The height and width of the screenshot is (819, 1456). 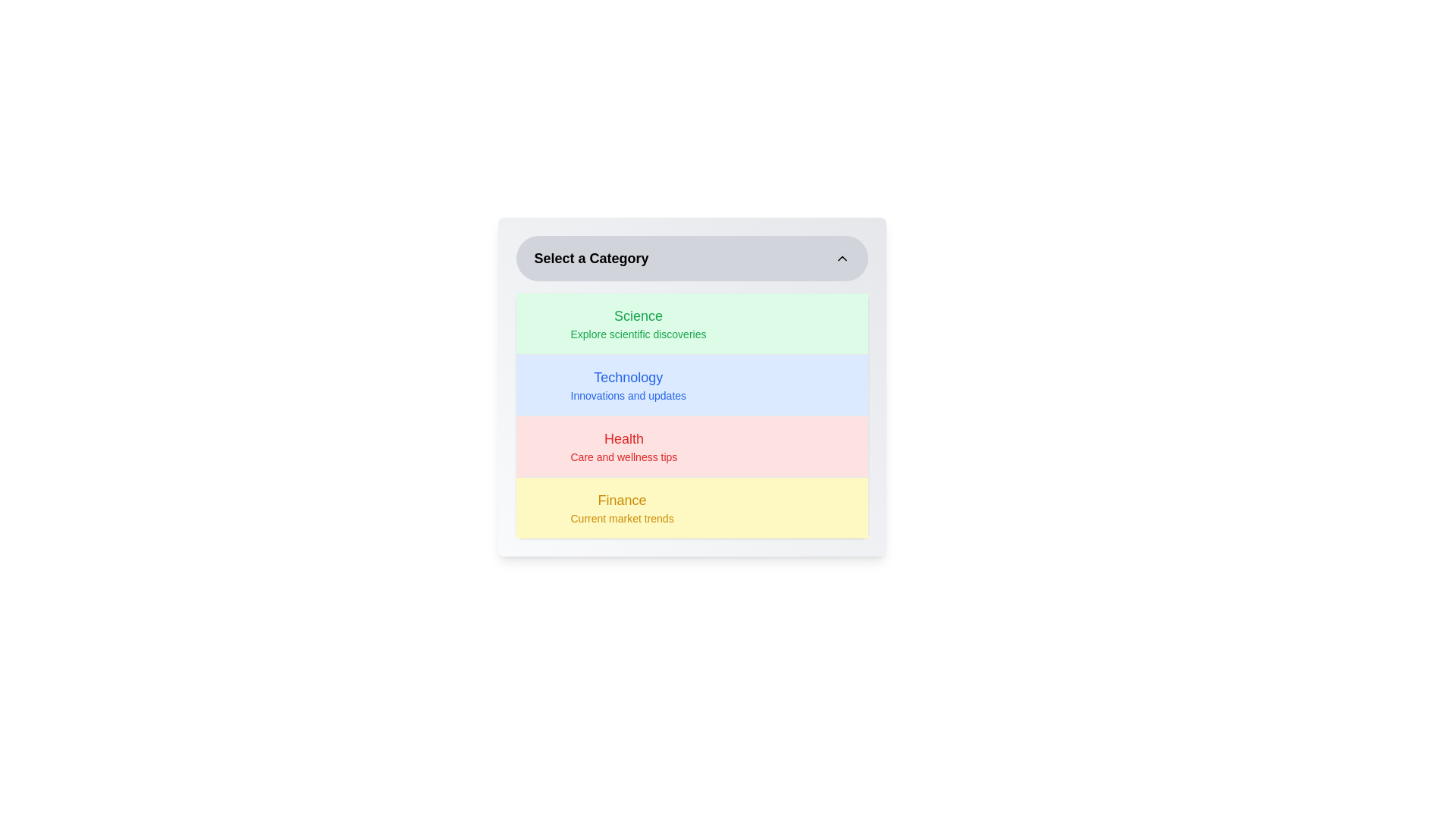 What do you see at coordinates (691, 507) in the screenshot?
I see `the category Finance from the list` at bounding box center [691, 507].